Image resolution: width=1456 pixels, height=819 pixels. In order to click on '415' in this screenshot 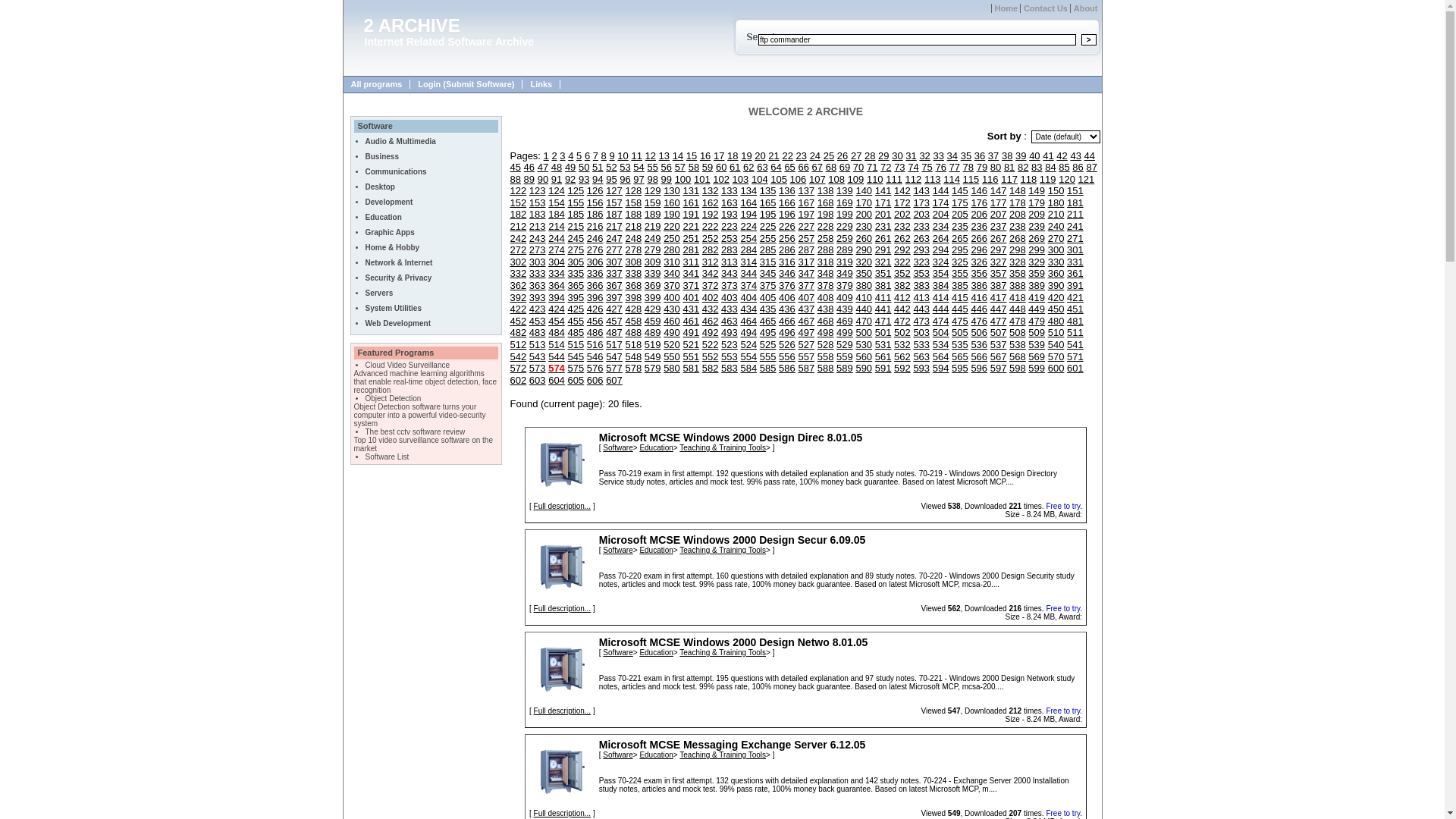, I will do `click(959, 297)`.